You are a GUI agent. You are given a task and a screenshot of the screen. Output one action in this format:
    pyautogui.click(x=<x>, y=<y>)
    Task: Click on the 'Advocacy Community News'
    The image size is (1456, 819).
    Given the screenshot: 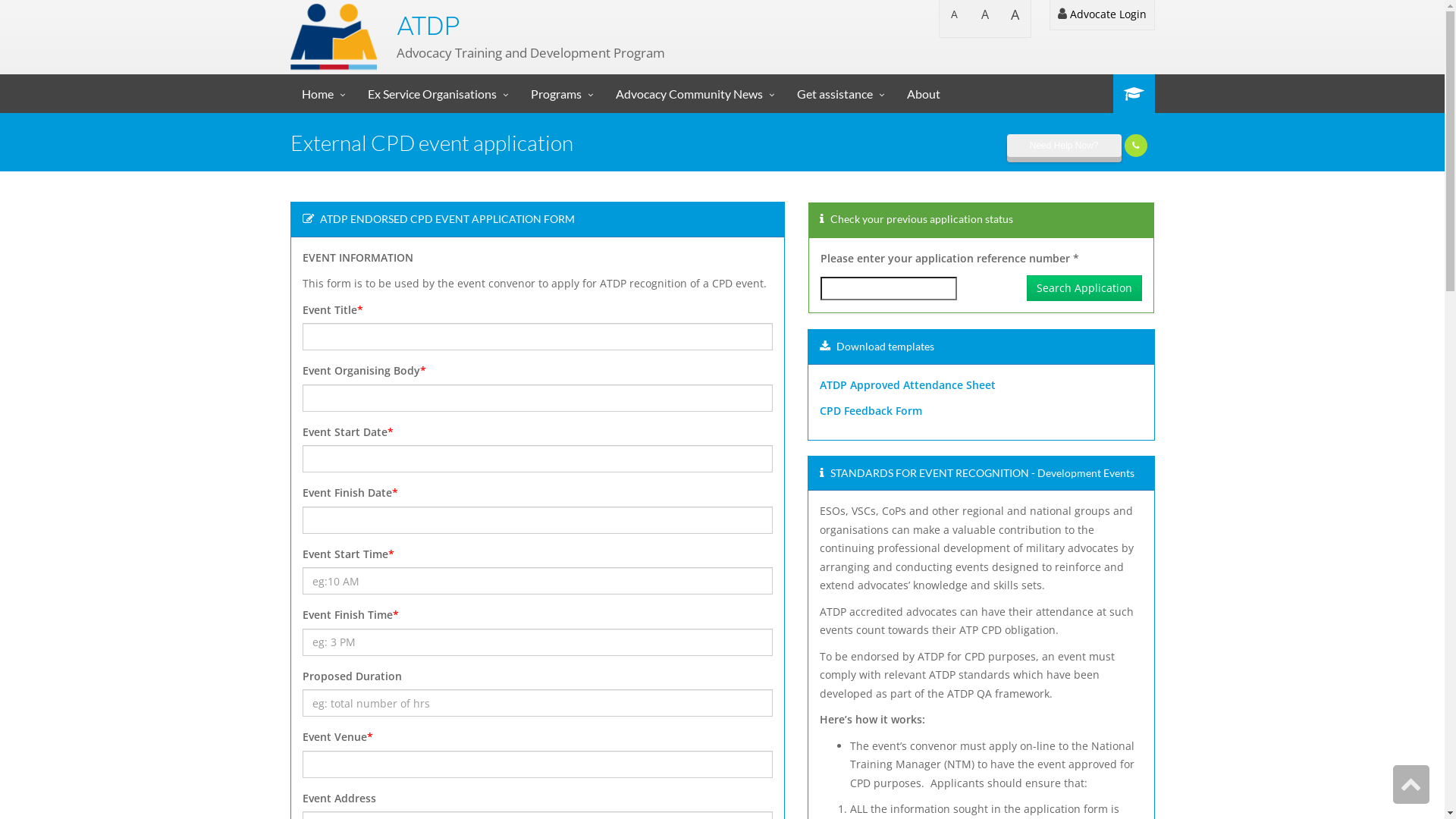 What is the action you would take?
    pyautogui.click(x=603, y=93)
    